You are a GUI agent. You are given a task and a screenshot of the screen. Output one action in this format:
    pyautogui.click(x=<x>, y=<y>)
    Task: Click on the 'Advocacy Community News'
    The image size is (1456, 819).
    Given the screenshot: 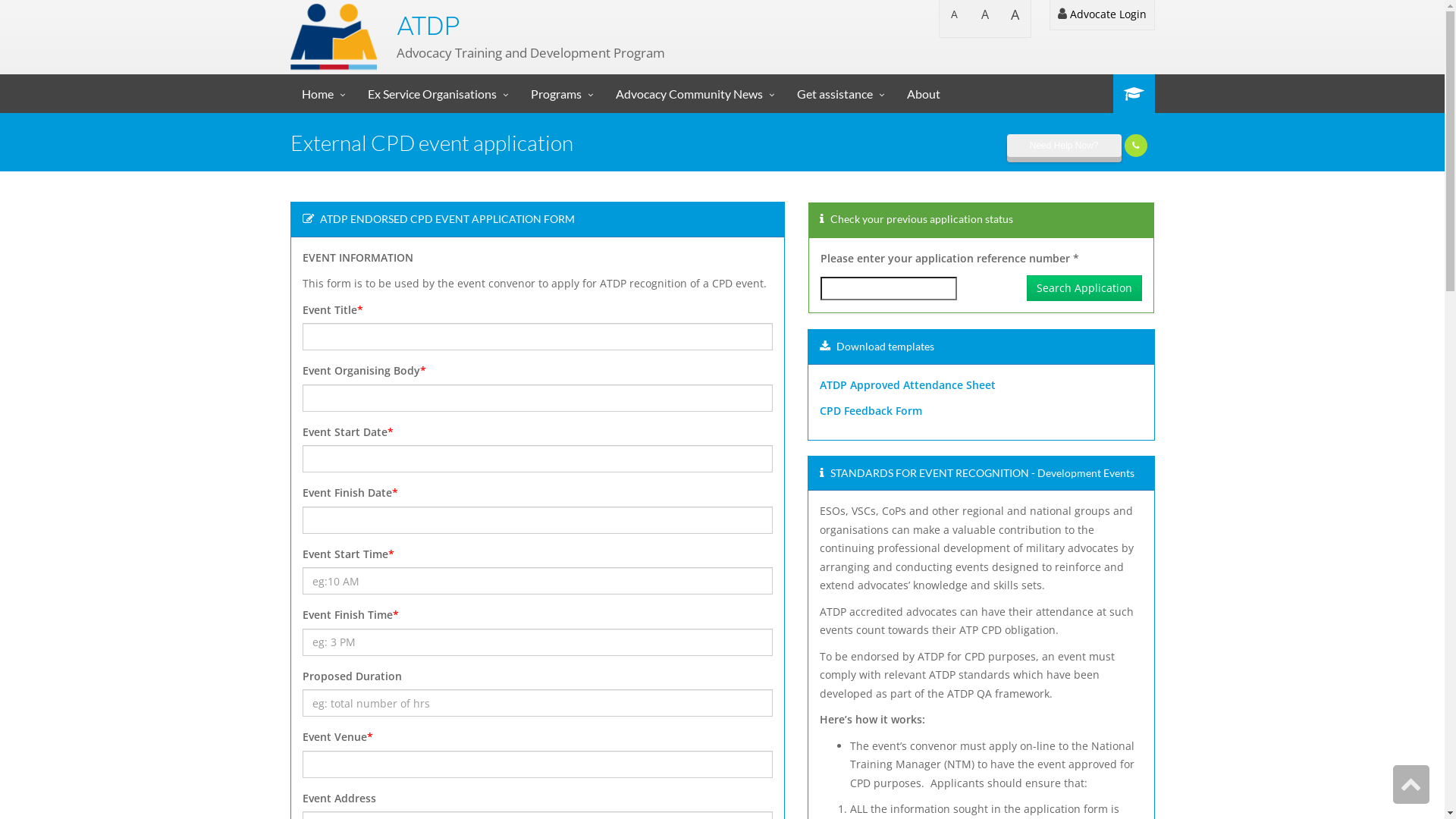 What is the action you would take?
    pyautogui.click(x=603, y=93)
    